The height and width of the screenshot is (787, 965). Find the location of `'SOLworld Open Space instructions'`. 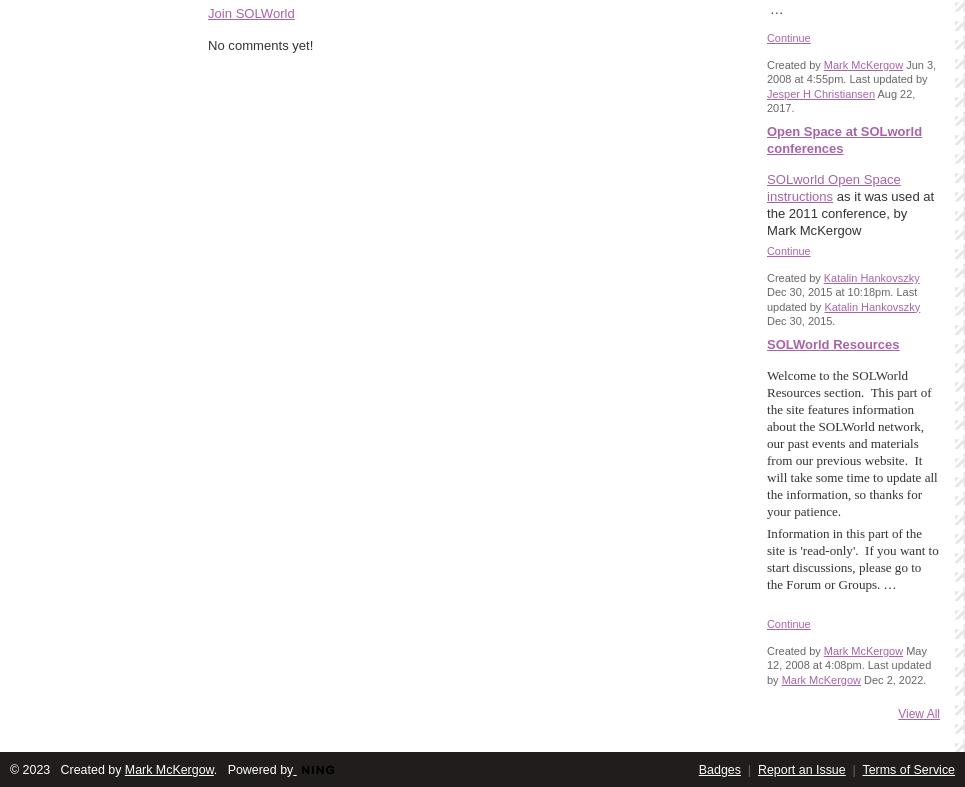

'SOLworld Open Space instructions' is located at coordinates (832, 186).